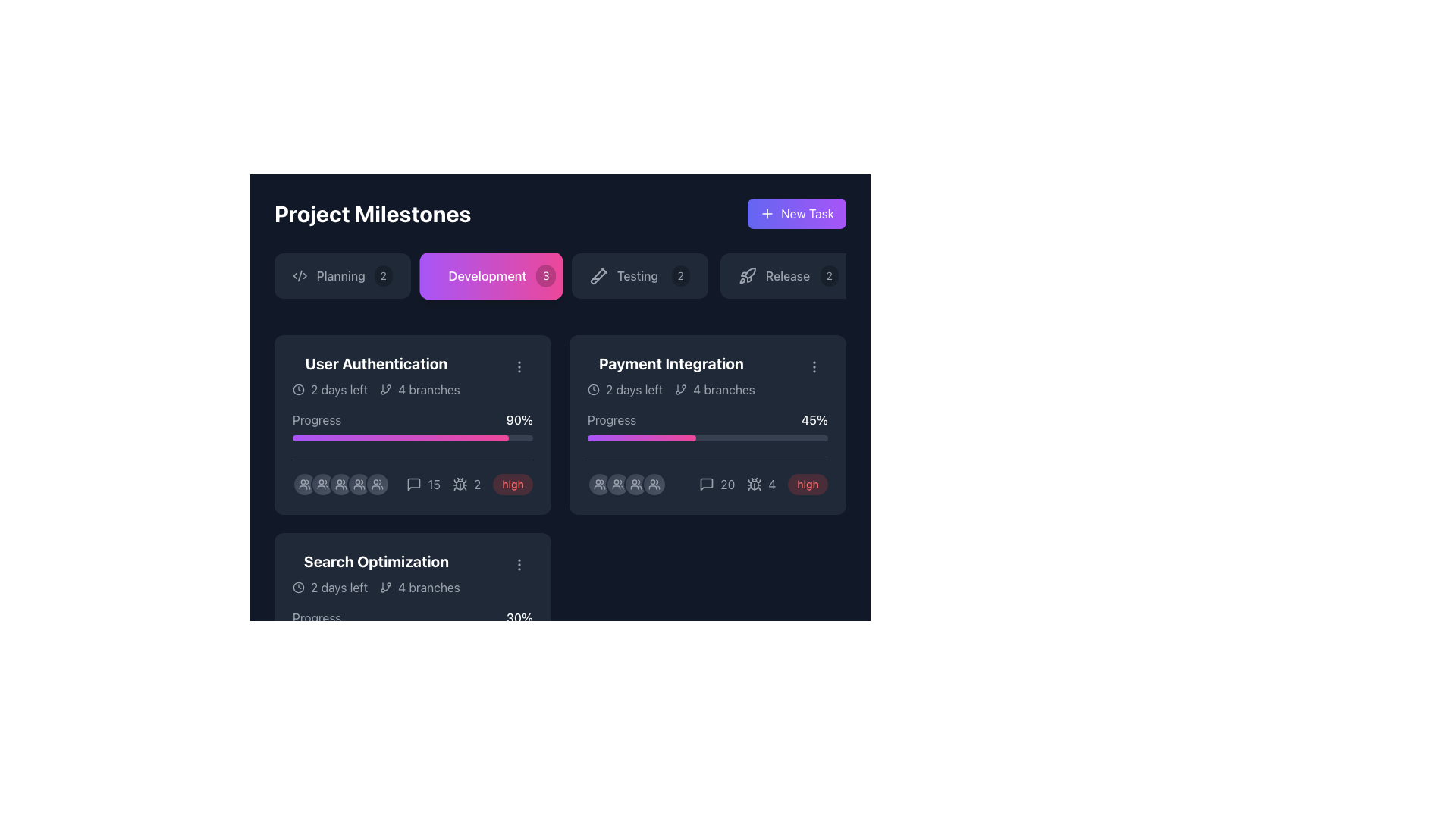 Image resolution: width=1456 pixels, height=819 pixels. Describe the element at coordinates (329, 587) in the screenshot. I see `the countdown text label displaying '2 days left' with a clock icon on its left side, located at the top-left of the 'Search Optimization' card` at that location.